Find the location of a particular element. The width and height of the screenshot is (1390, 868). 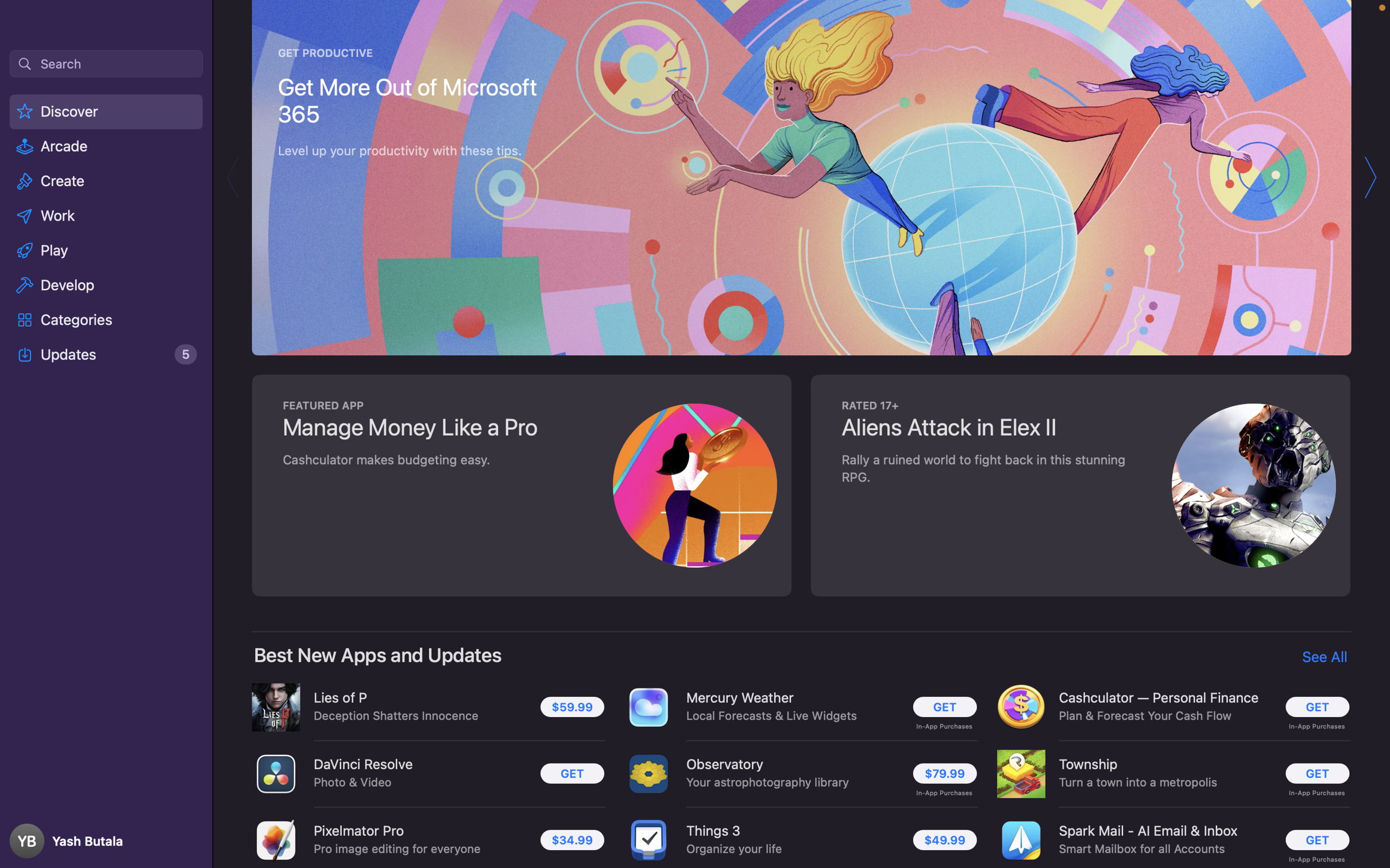

the work category apps on Mac is located at coordinates (106, 214).